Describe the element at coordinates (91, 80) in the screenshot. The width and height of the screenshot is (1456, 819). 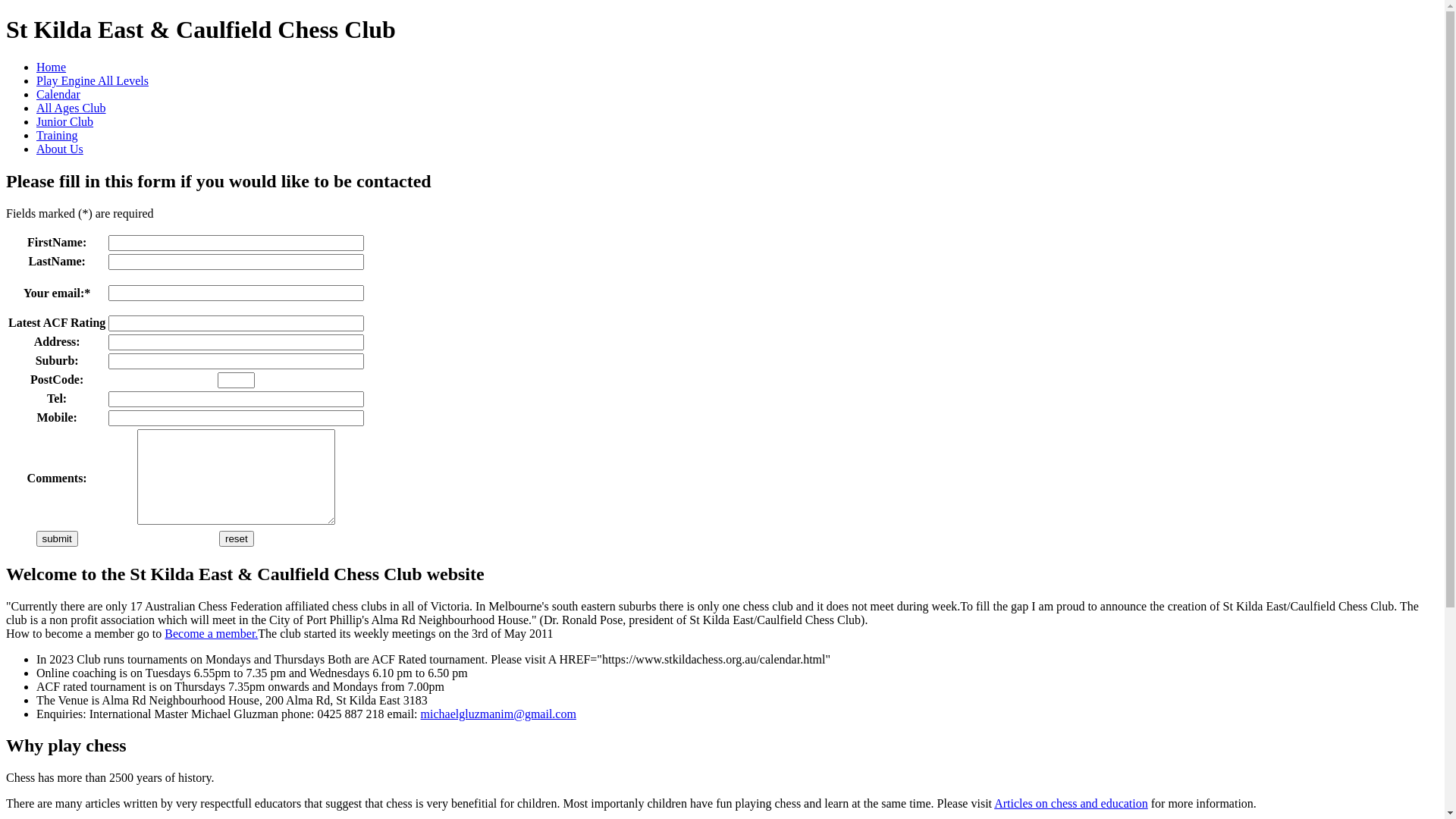
I see `'Play Engine All Levels'` at that location.